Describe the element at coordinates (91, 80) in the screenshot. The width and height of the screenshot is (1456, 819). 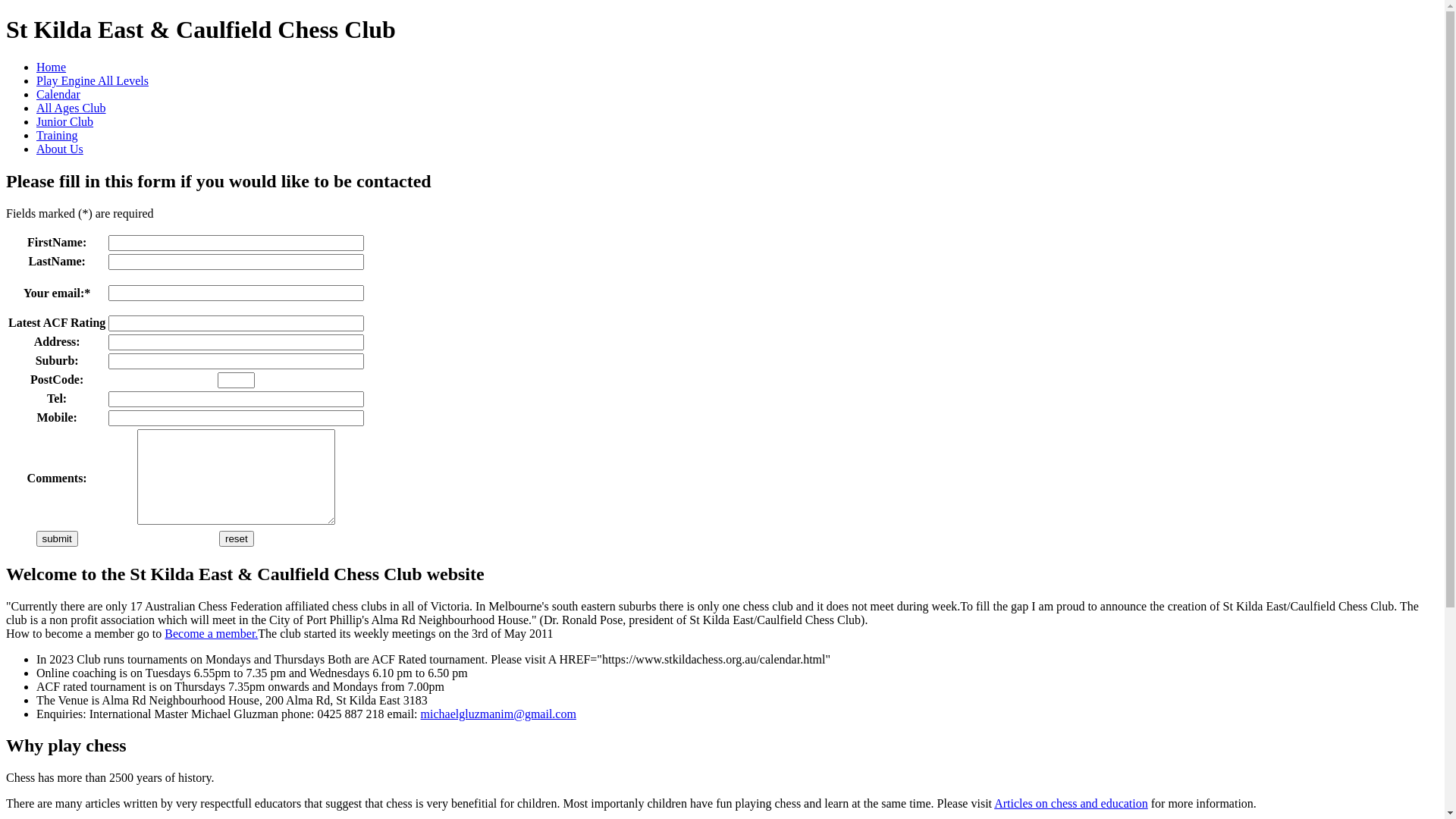
I see `'Play Engine All Levels'` at that location.